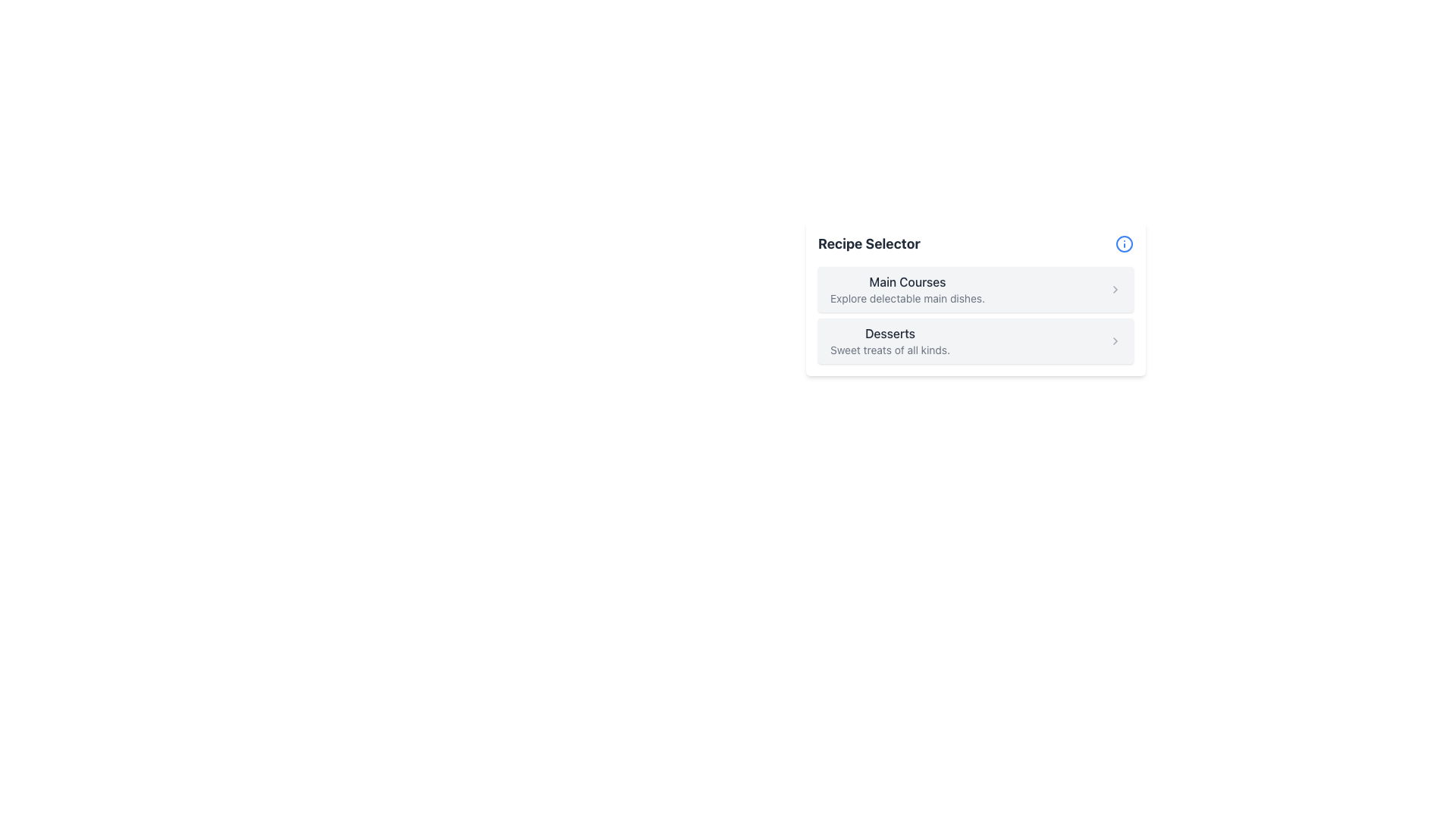 This screenshot has width=1456, height=819. I want to click on the Text Label that serves as the title for the 'Main Courses' section, located at the top of the section above the descriptive text, so click(907, 281).